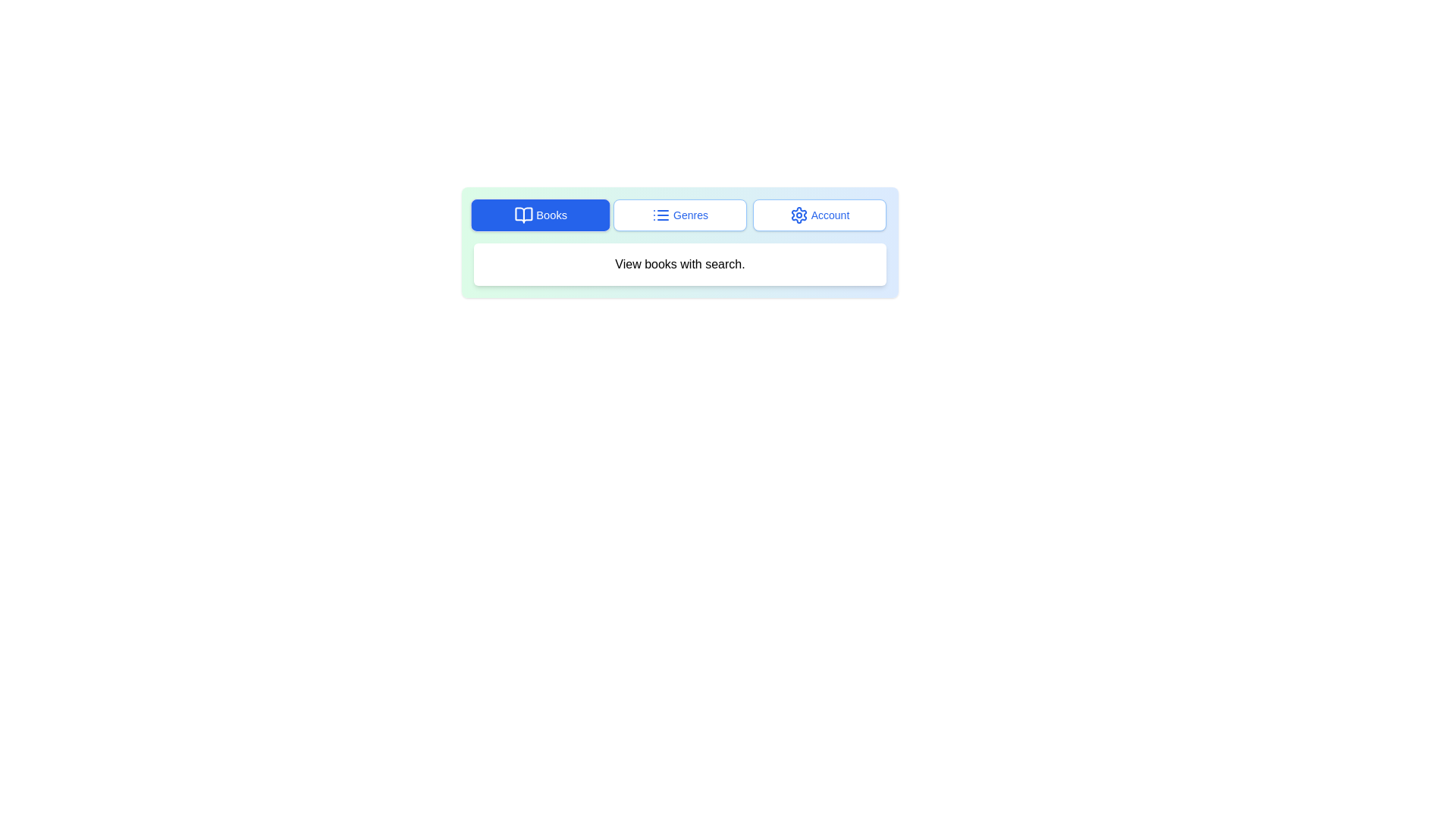 The image size is (1456, 819). Describe the element at coordinates (690, 215) in the screenshot. I see `the genre selection button, which is the second button among three horizontally aligned buttons at the center of the interface, located to the right of the 'Books' button and to the left of the 'Account' button` at that location.